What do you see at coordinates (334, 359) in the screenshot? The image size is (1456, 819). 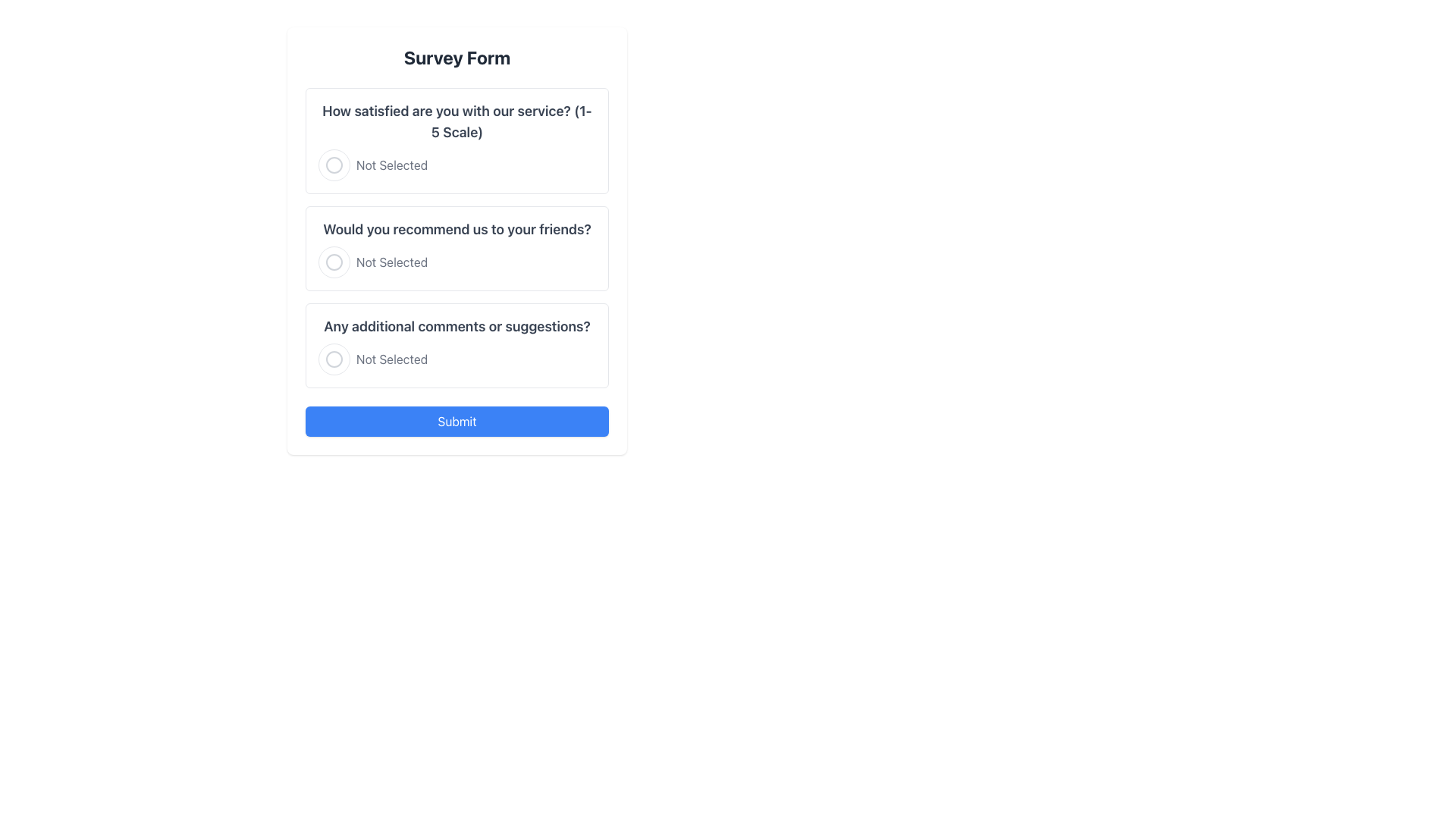 I see `the radio button located next to the label 'Not Selected' under the prompt 'Any additional comments or suggestions?'` at bounding box center [334, 359].